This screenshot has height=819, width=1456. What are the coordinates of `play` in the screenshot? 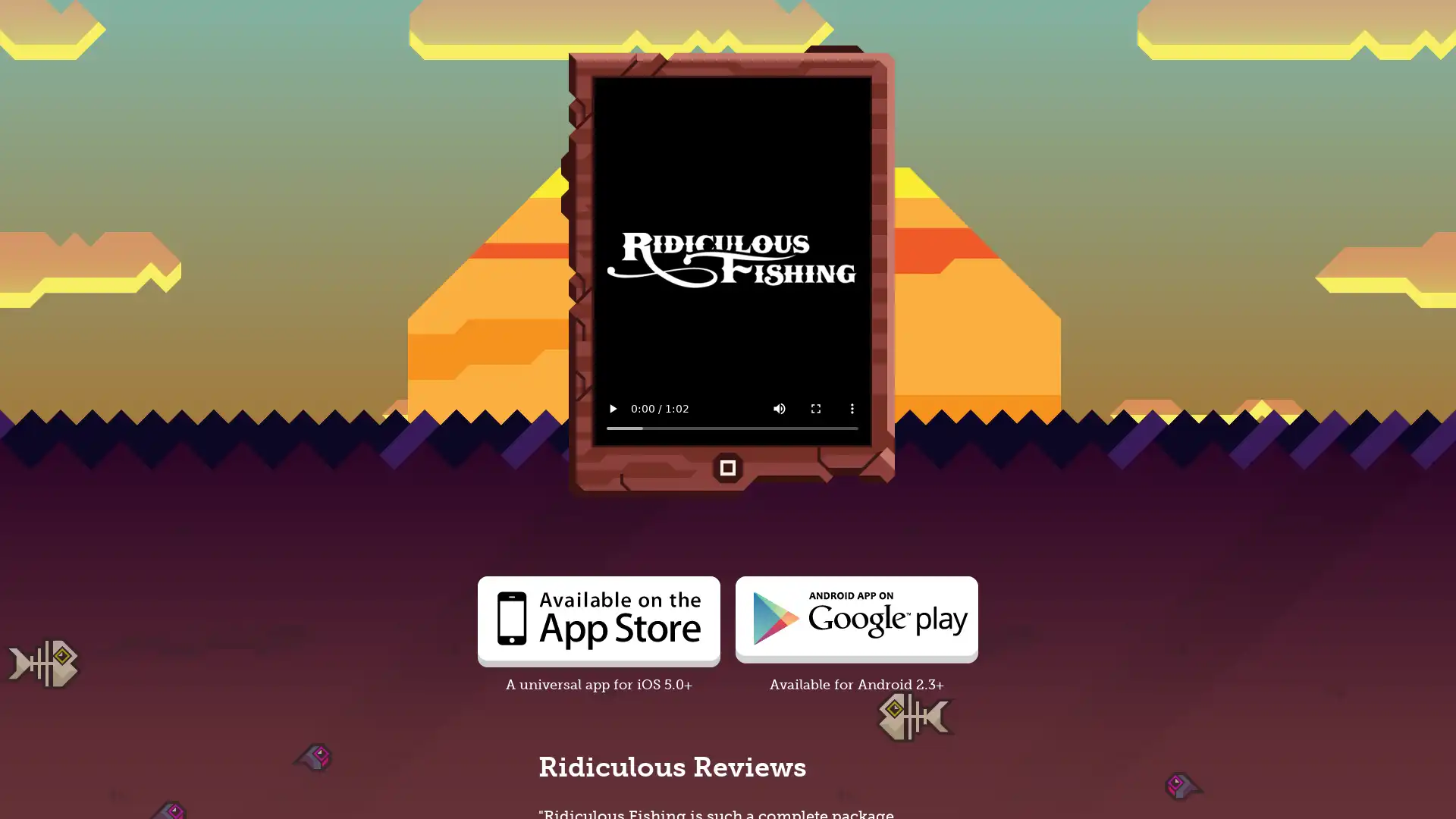 It's located at (612, 408).